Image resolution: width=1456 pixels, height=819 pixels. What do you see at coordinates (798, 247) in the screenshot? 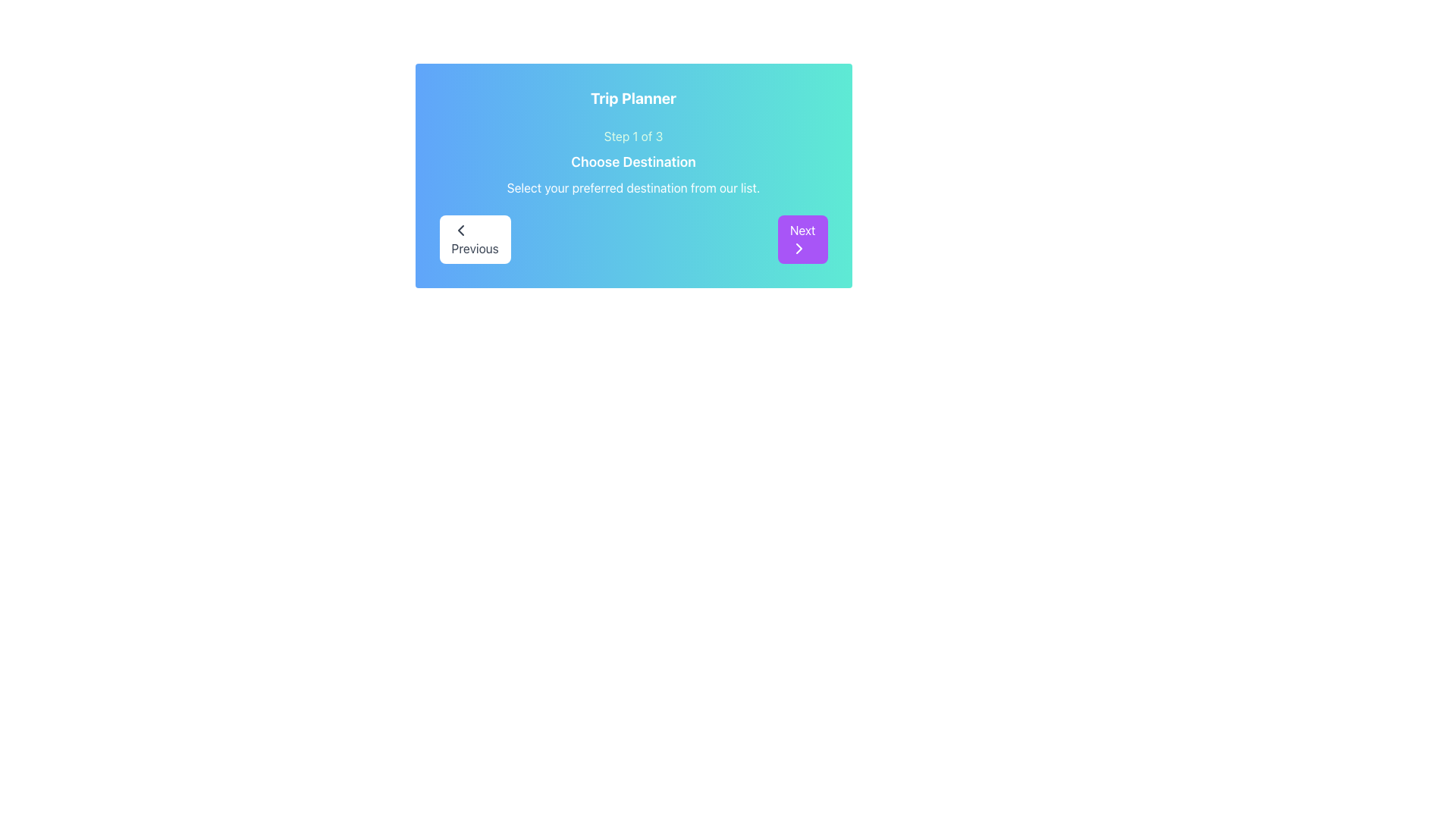
I see `the 'Next' button which contains the rightward-pointing chevron arrow` at bounding box center [798, 247].